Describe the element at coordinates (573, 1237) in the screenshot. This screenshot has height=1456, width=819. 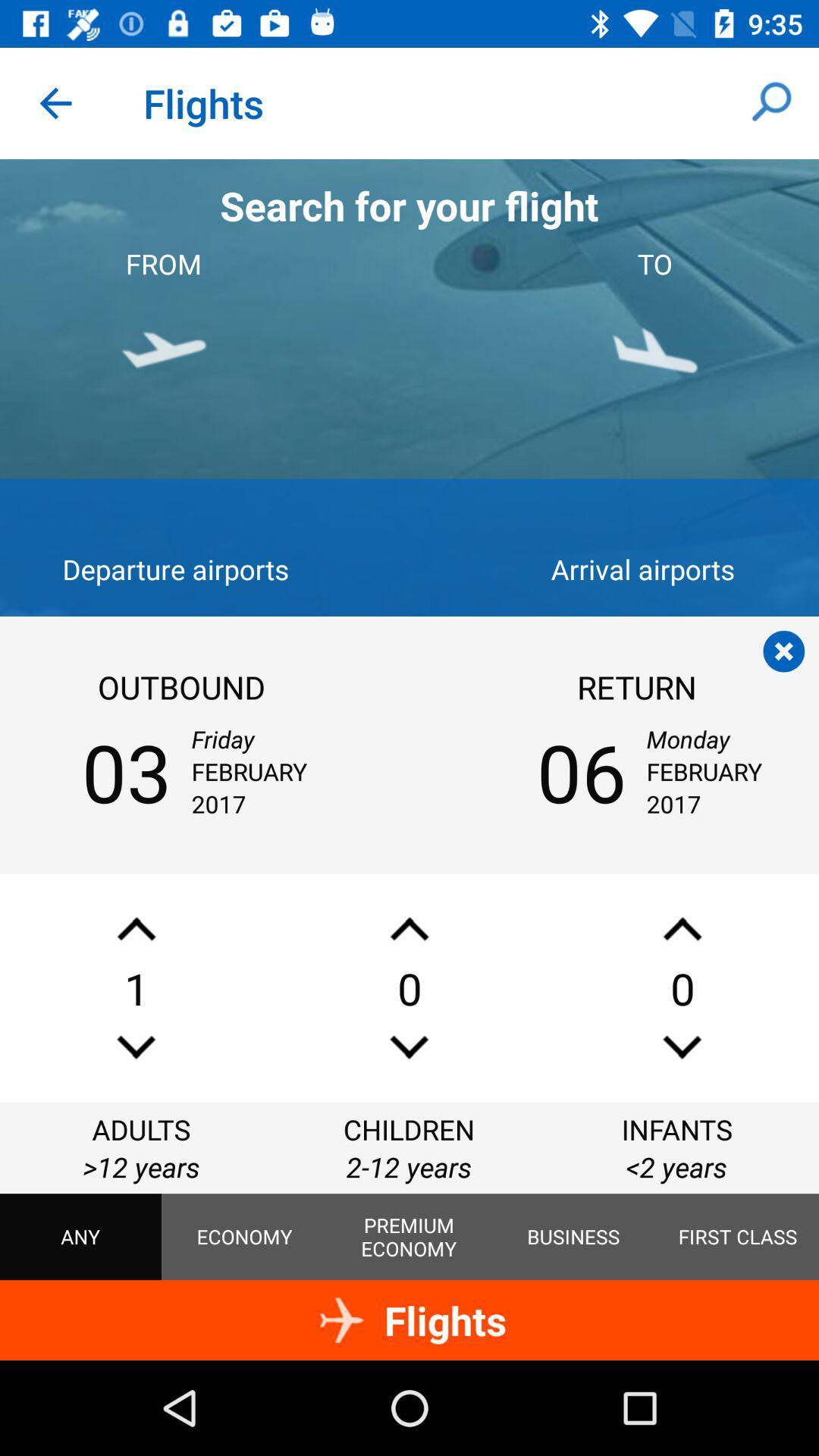
I see `the icon below 2-12 years item` at that location.